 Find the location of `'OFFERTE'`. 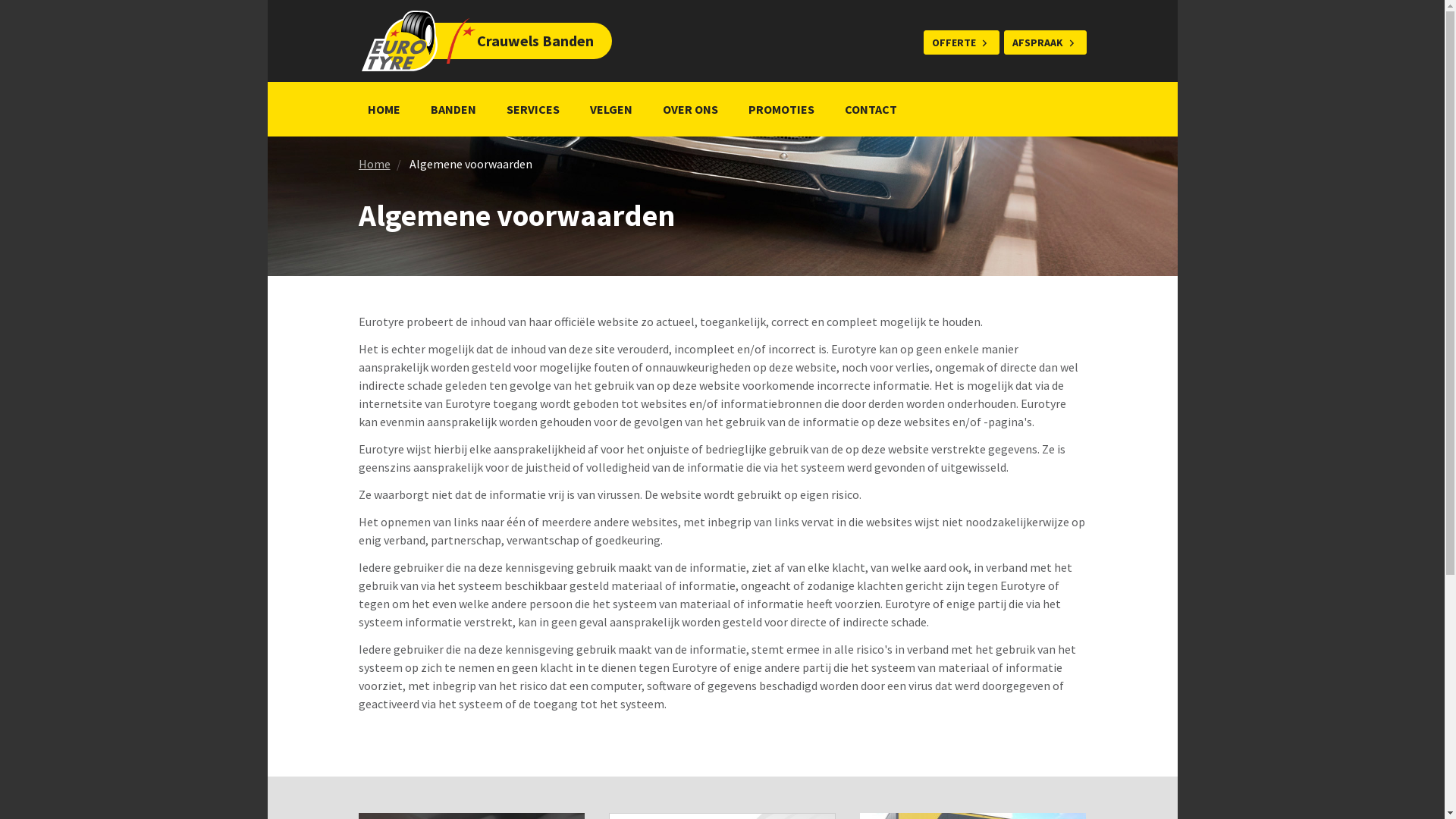

'OFFERTE' is located at coordinates (960, 42).